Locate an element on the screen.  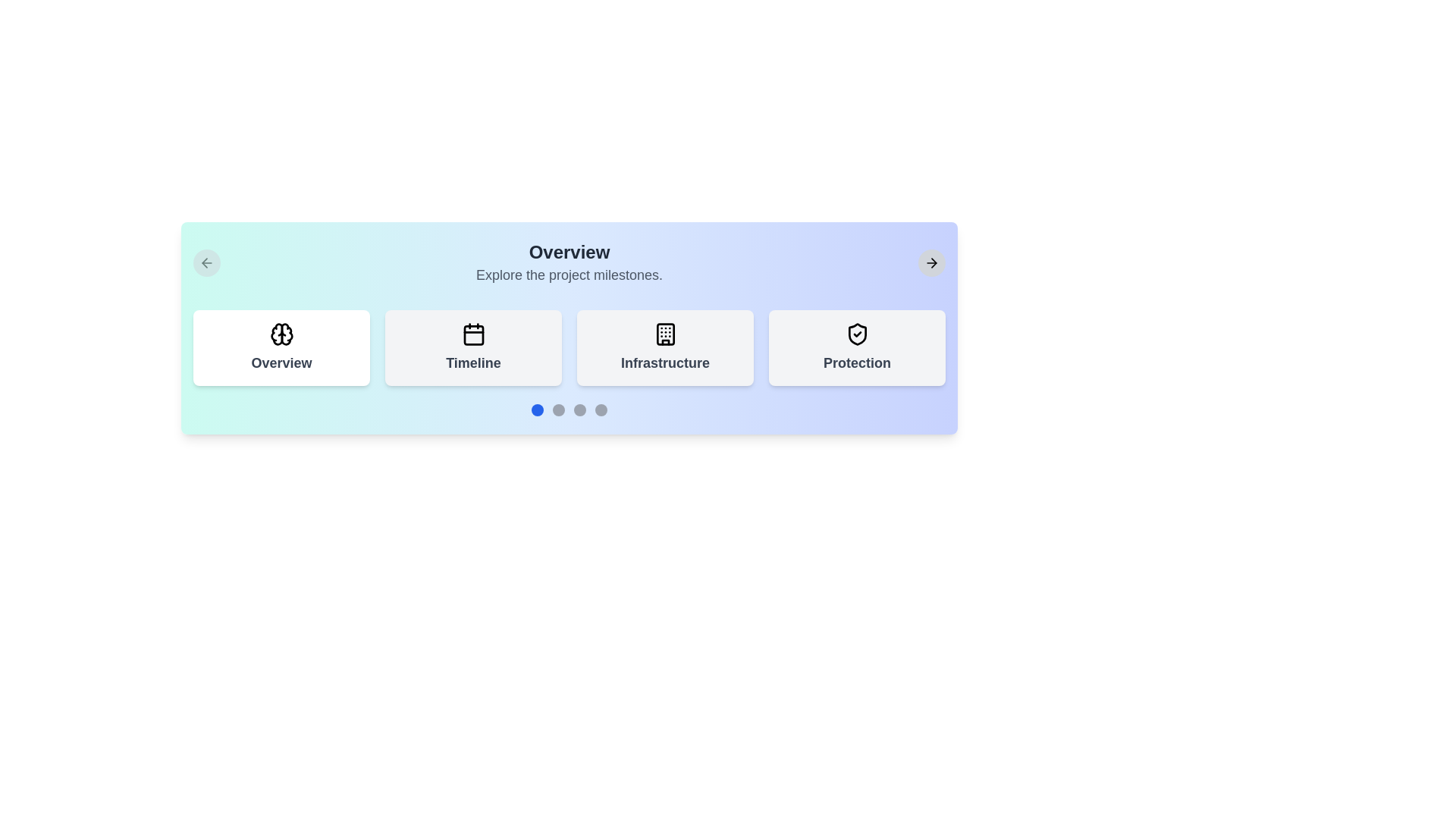
the circular button with a light gray background and leftward-pointing arrow icon is located at coordinates (206, 262).